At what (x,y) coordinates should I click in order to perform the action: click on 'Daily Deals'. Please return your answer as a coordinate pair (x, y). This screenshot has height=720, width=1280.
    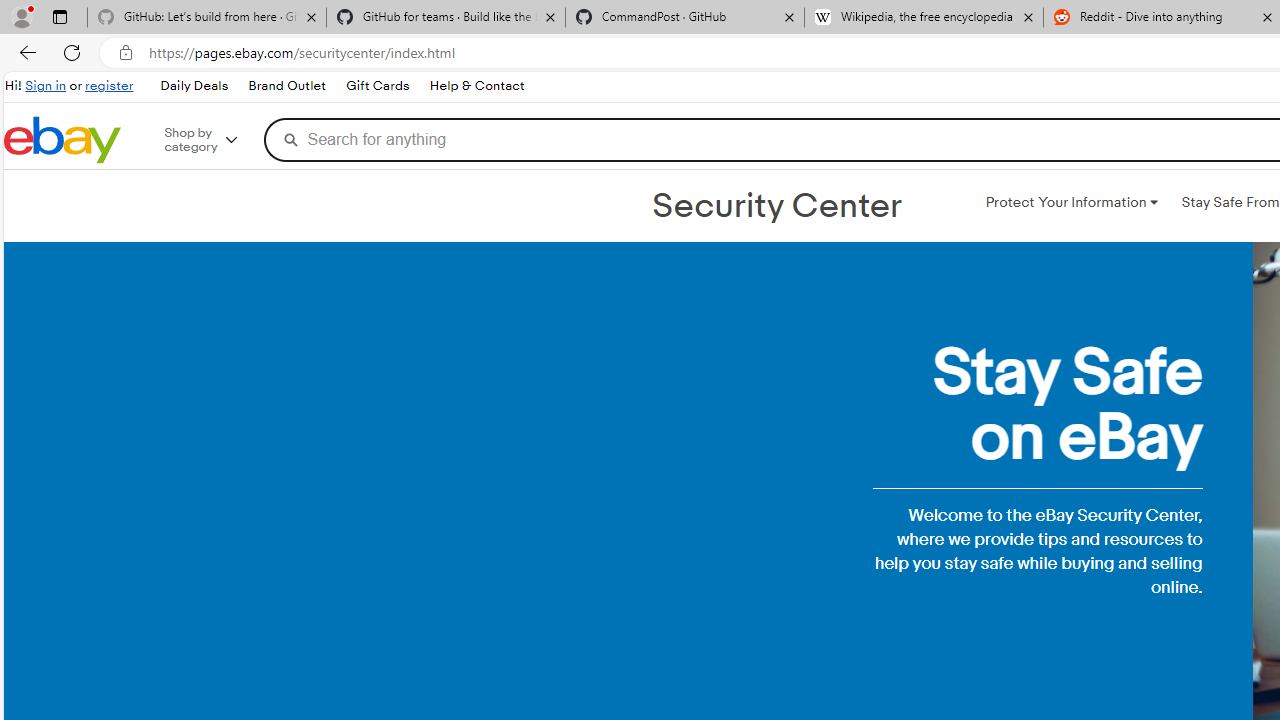
    Looking at the image, I should click on (194, 86).